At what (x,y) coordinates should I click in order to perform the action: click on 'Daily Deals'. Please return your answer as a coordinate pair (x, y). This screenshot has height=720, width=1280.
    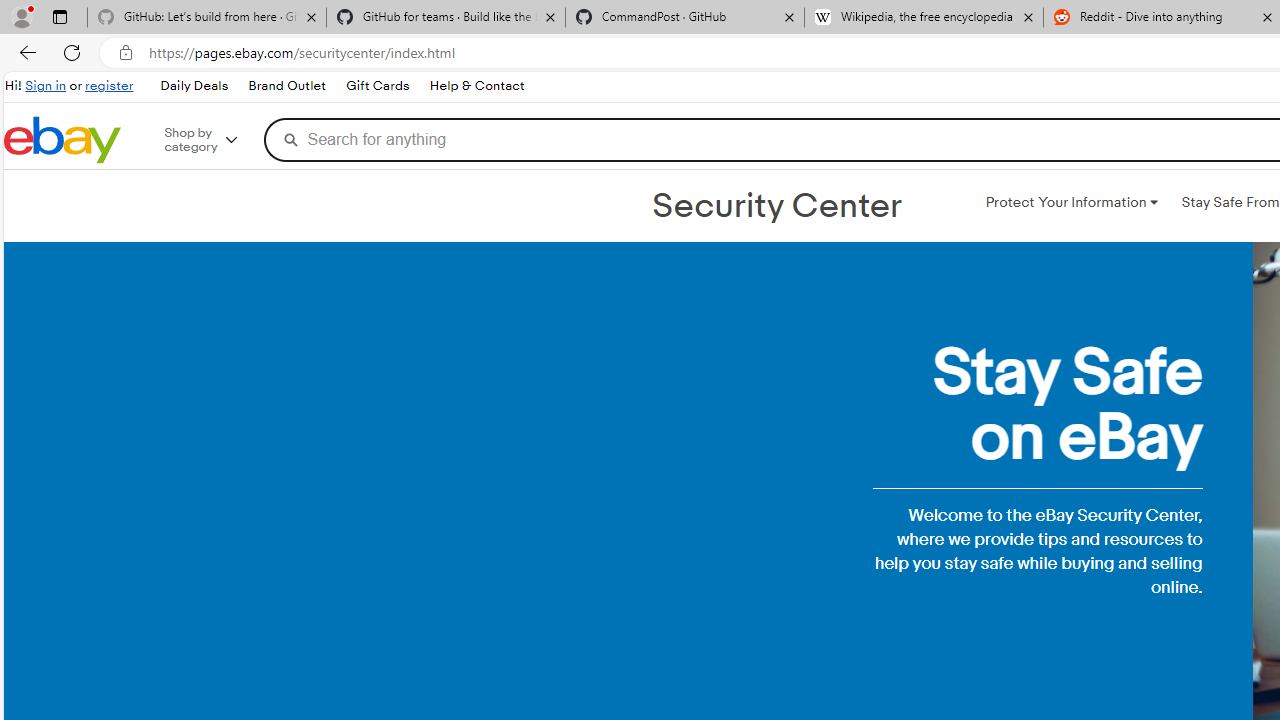
    Looking at the image, I should click on (194, 86).